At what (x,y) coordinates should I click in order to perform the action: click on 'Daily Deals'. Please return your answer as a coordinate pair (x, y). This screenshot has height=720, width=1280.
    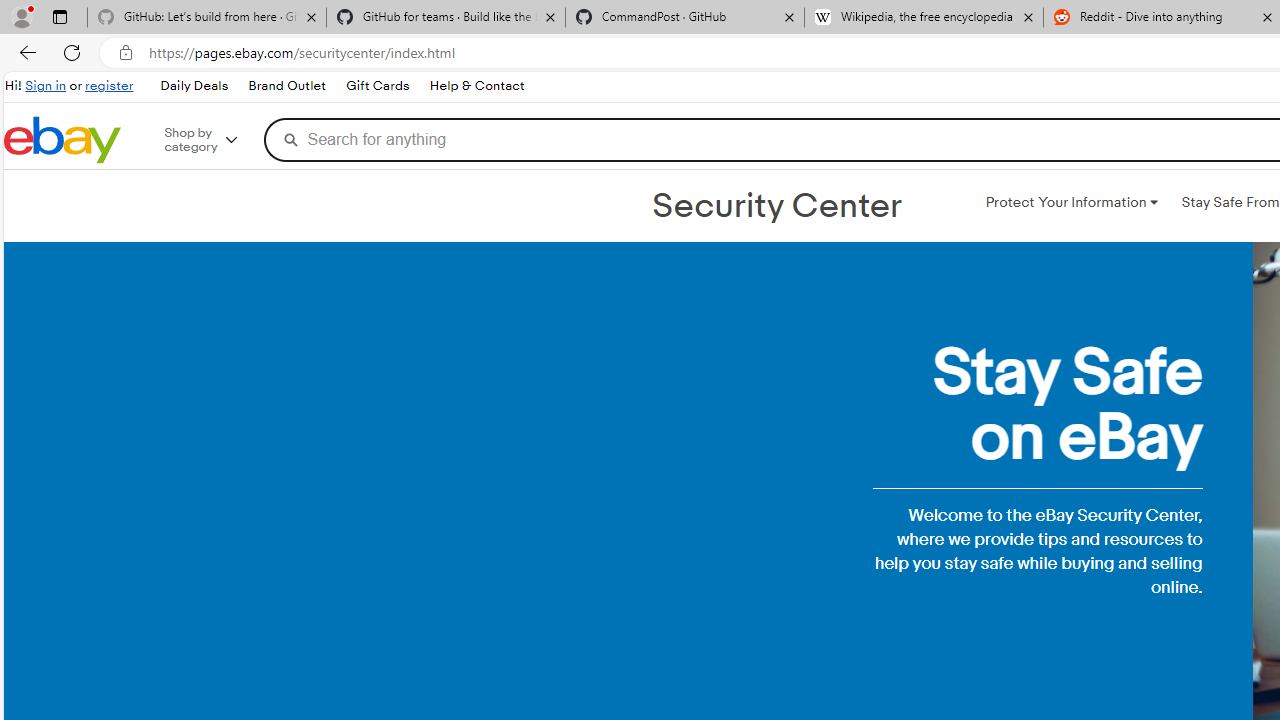
    Looking at the image, I should click on (194, 86).